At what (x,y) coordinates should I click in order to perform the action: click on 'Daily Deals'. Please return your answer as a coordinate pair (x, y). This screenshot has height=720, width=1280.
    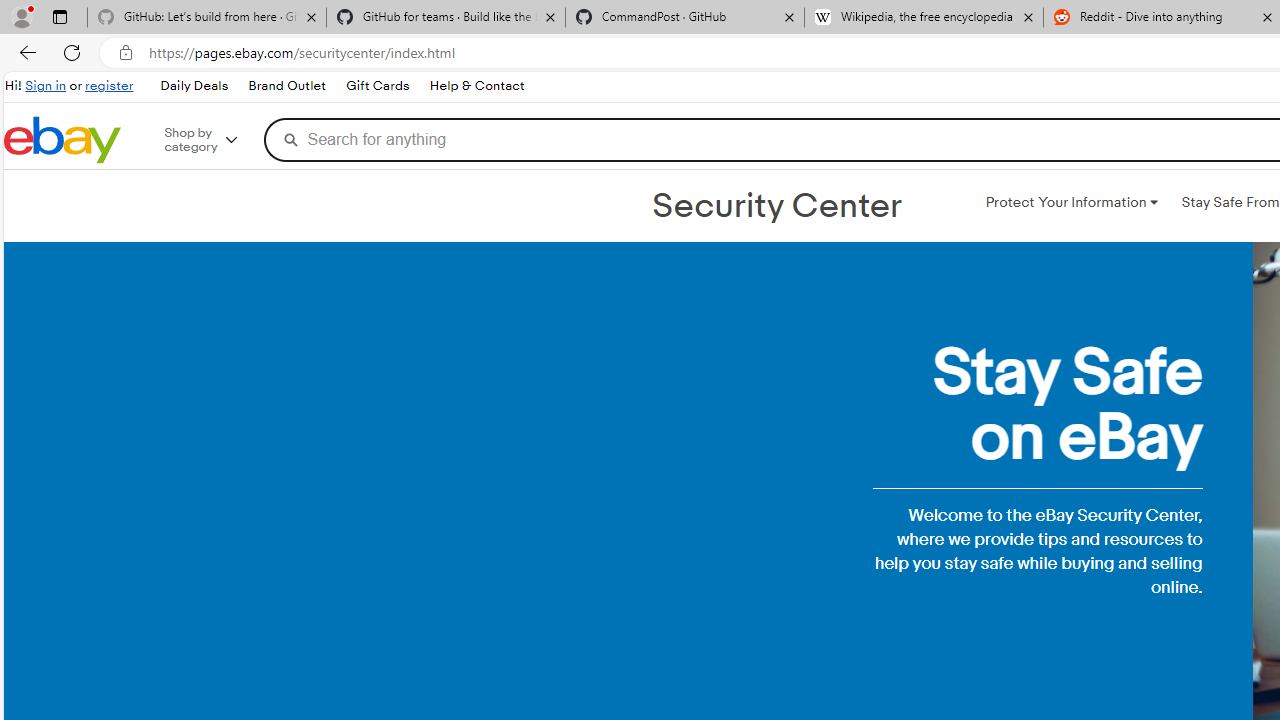
    Looking at the image, I should click on (194, 86).